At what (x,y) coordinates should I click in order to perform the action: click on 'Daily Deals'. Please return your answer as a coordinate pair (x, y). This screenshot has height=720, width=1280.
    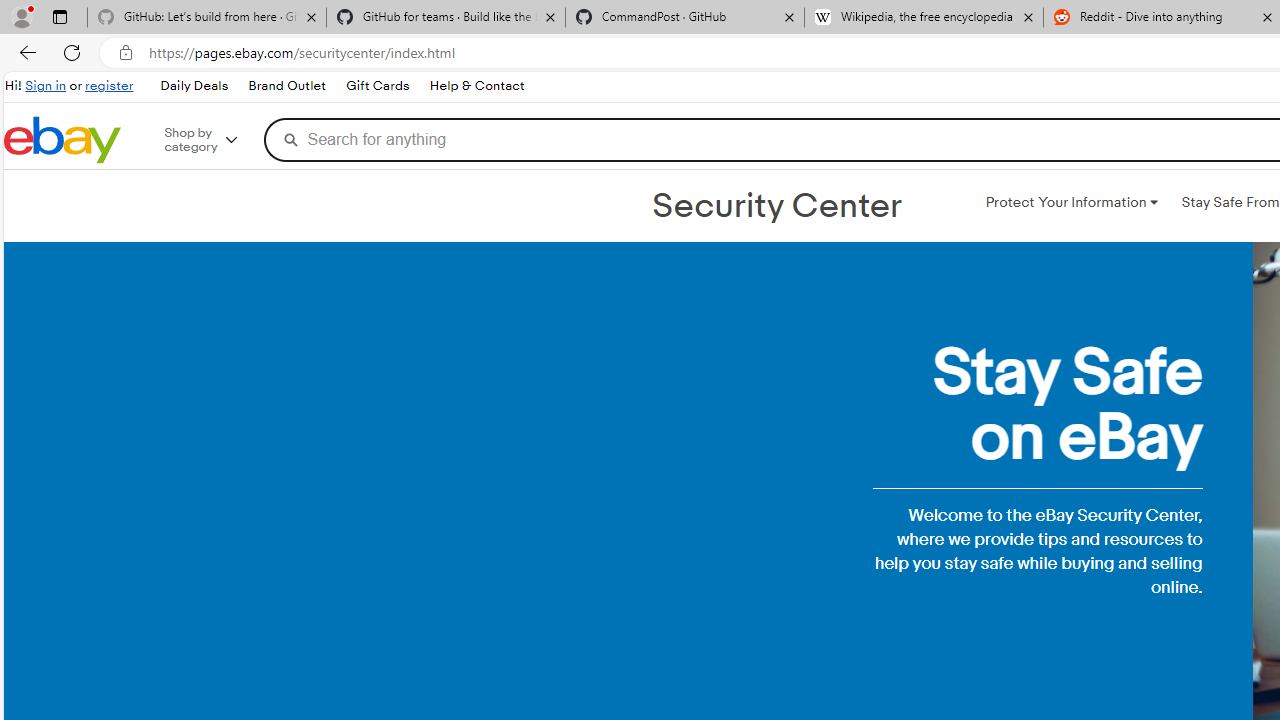
    Looking at the image, I should click on (194, 86).